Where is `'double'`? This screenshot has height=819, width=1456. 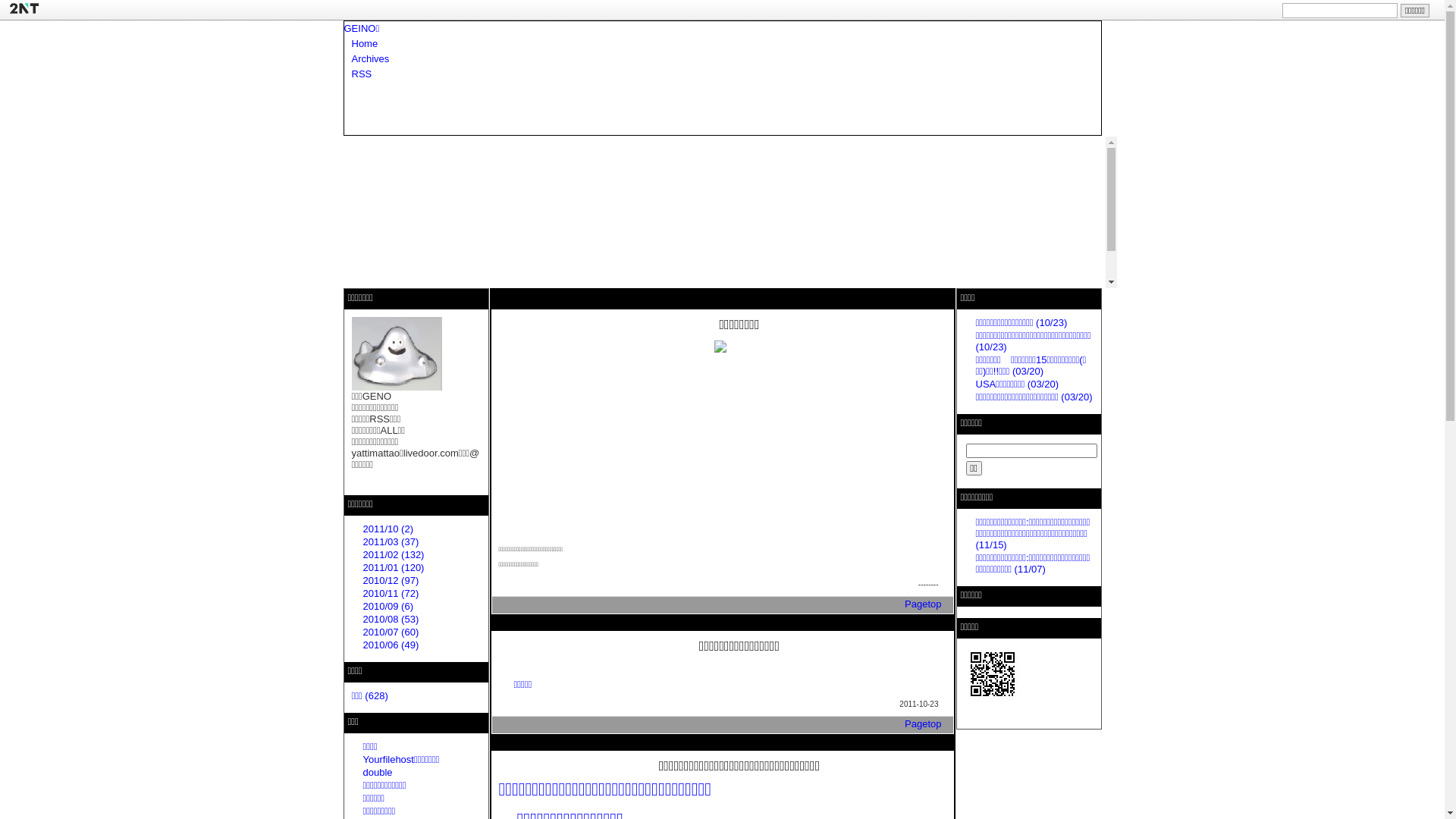 'double' is located at coordinates (377, 772).